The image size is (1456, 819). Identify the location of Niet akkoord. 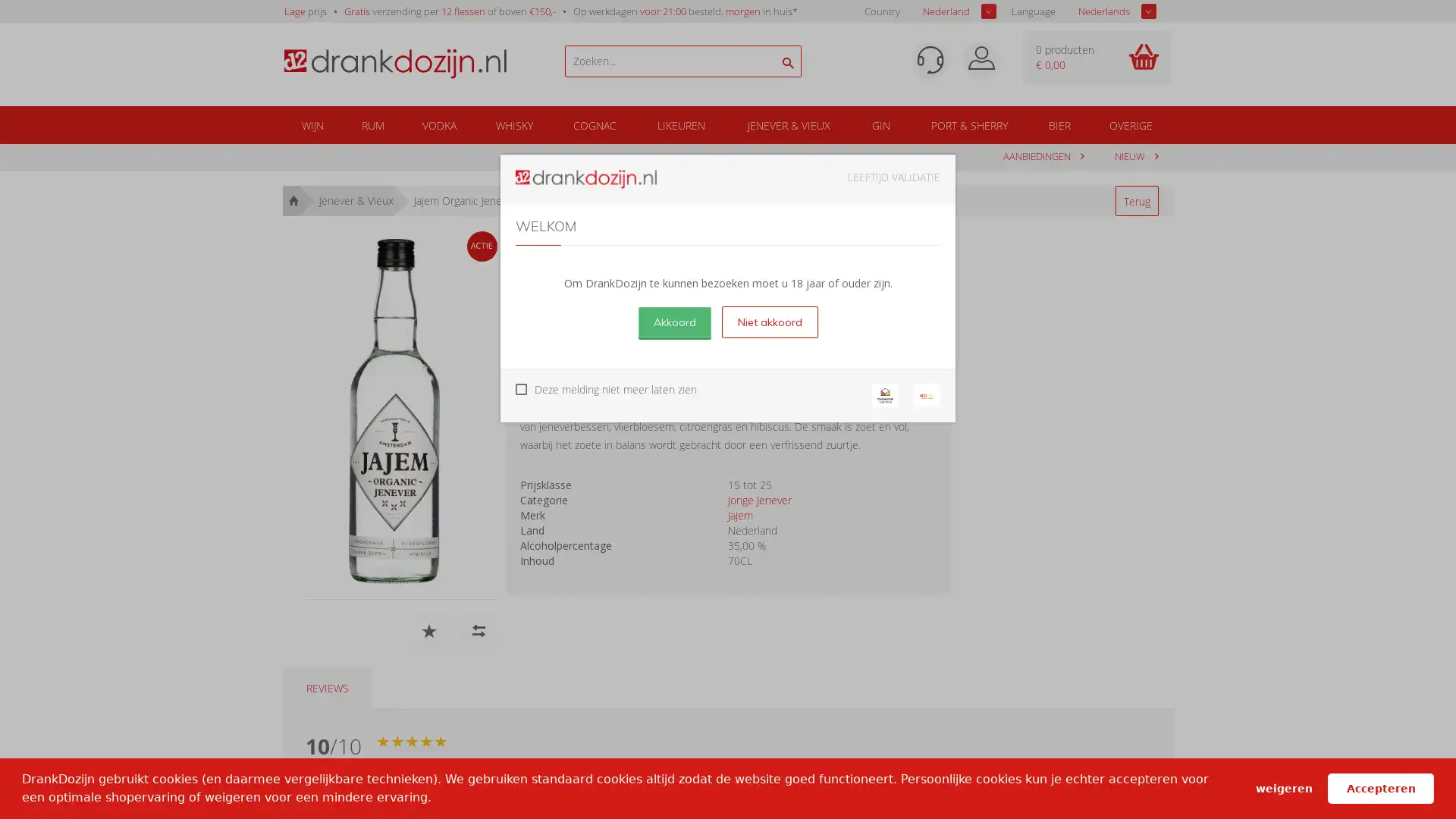
(769, 321).